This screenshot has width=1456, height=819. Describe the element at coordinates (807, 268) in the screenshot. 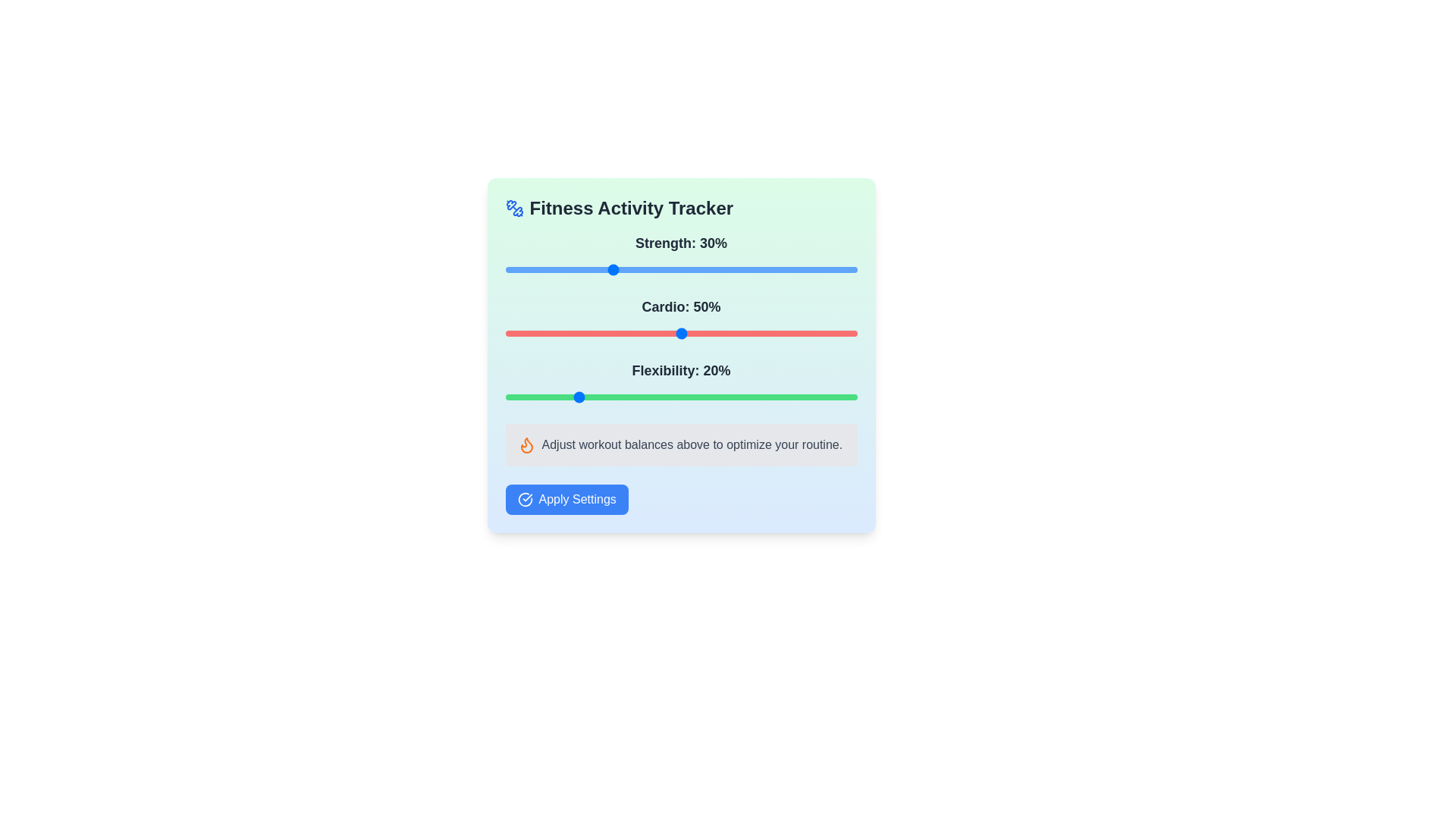

I see `the slider value` at that location.